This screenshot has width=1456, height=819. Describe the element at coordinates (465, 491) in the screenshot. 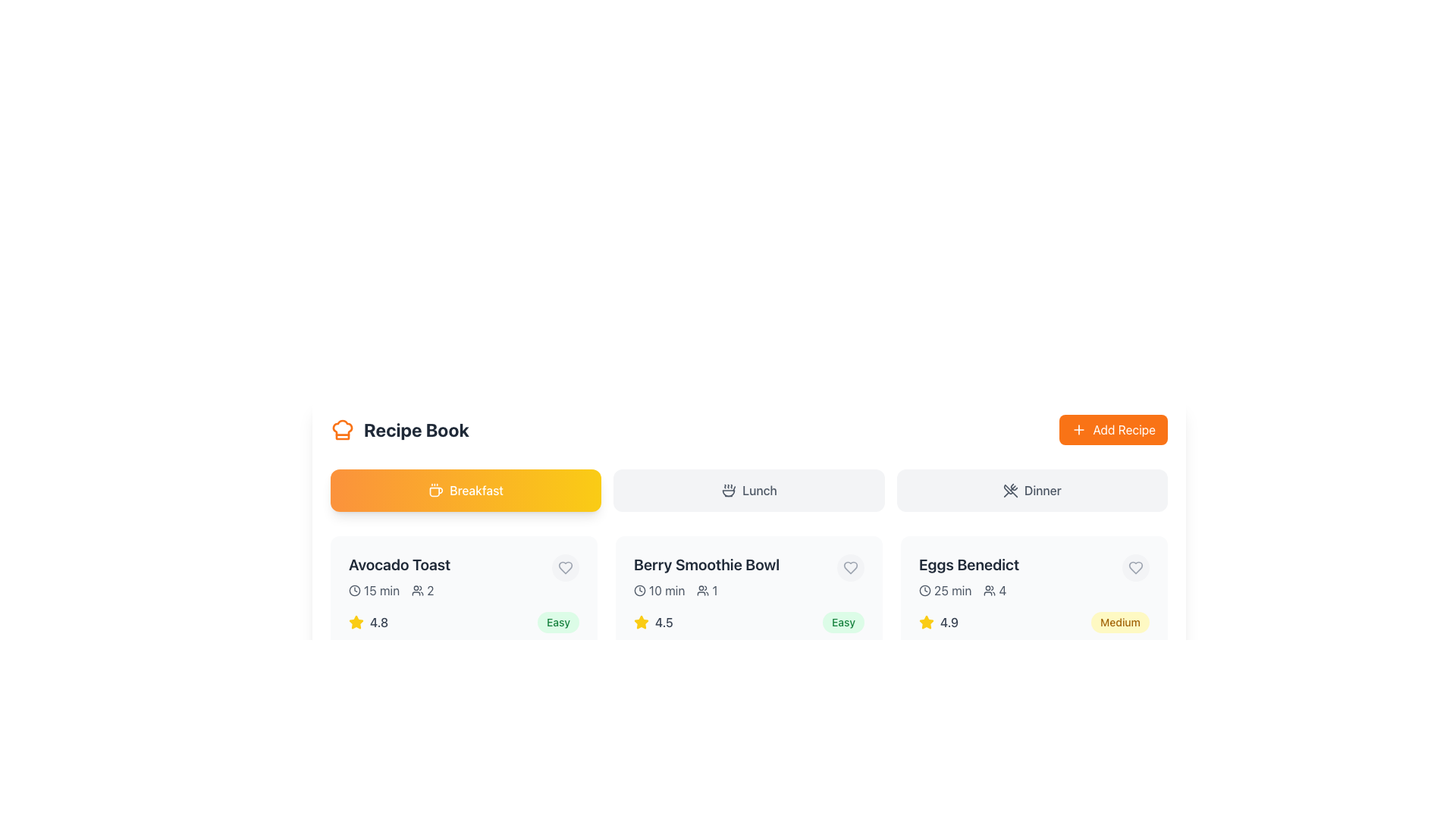

I see `the rectangular button labeled 'Breakfast', which features a cup icon and a gradient from orange to yellow` at that location.